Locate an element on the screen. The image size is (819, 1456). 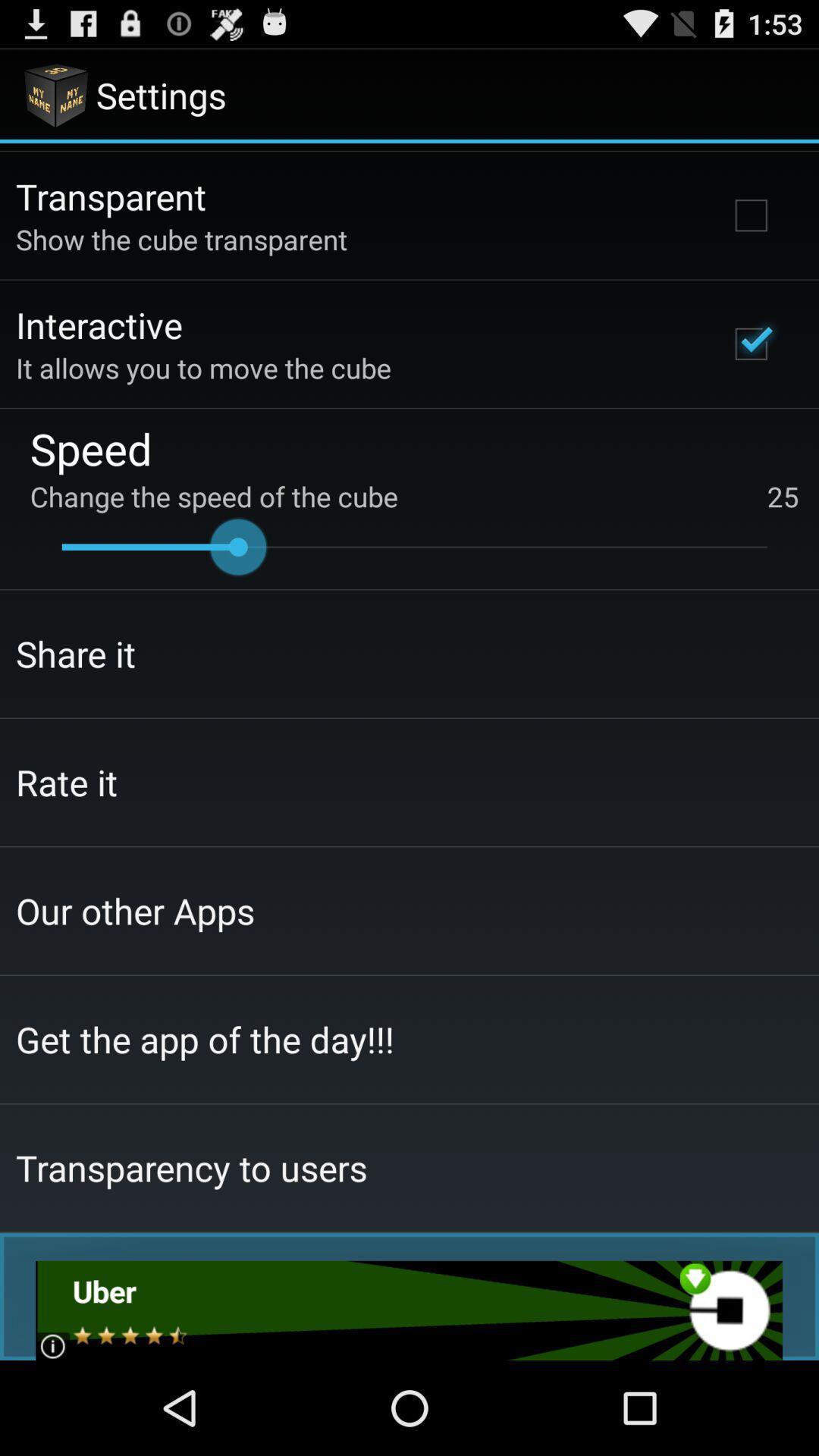
download uber app is located at coordinates (408, 1310).